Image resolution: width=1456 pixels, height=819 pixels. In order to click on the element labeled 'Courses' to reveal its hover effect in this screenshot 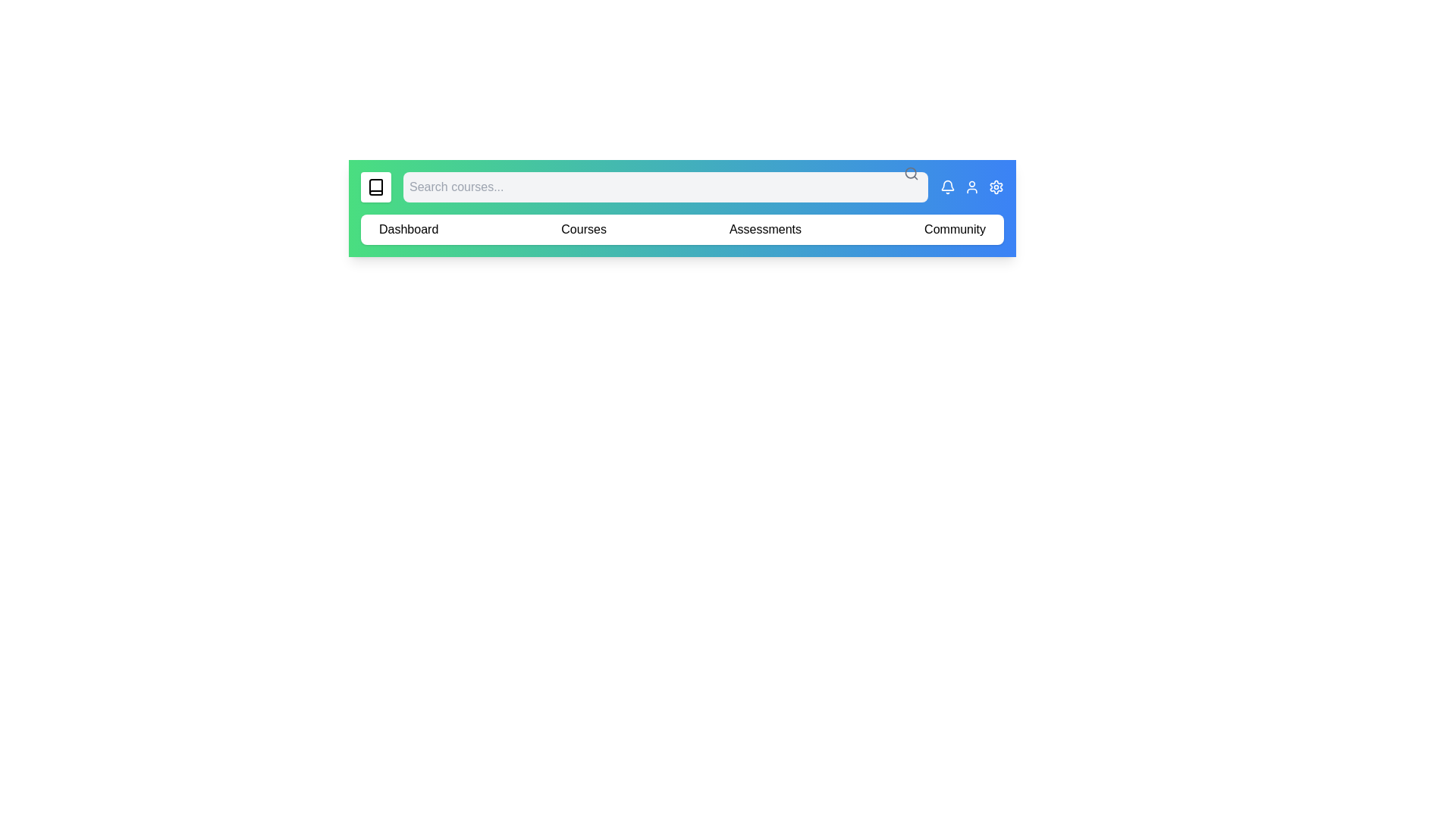, I will do `click(582, 230)`.